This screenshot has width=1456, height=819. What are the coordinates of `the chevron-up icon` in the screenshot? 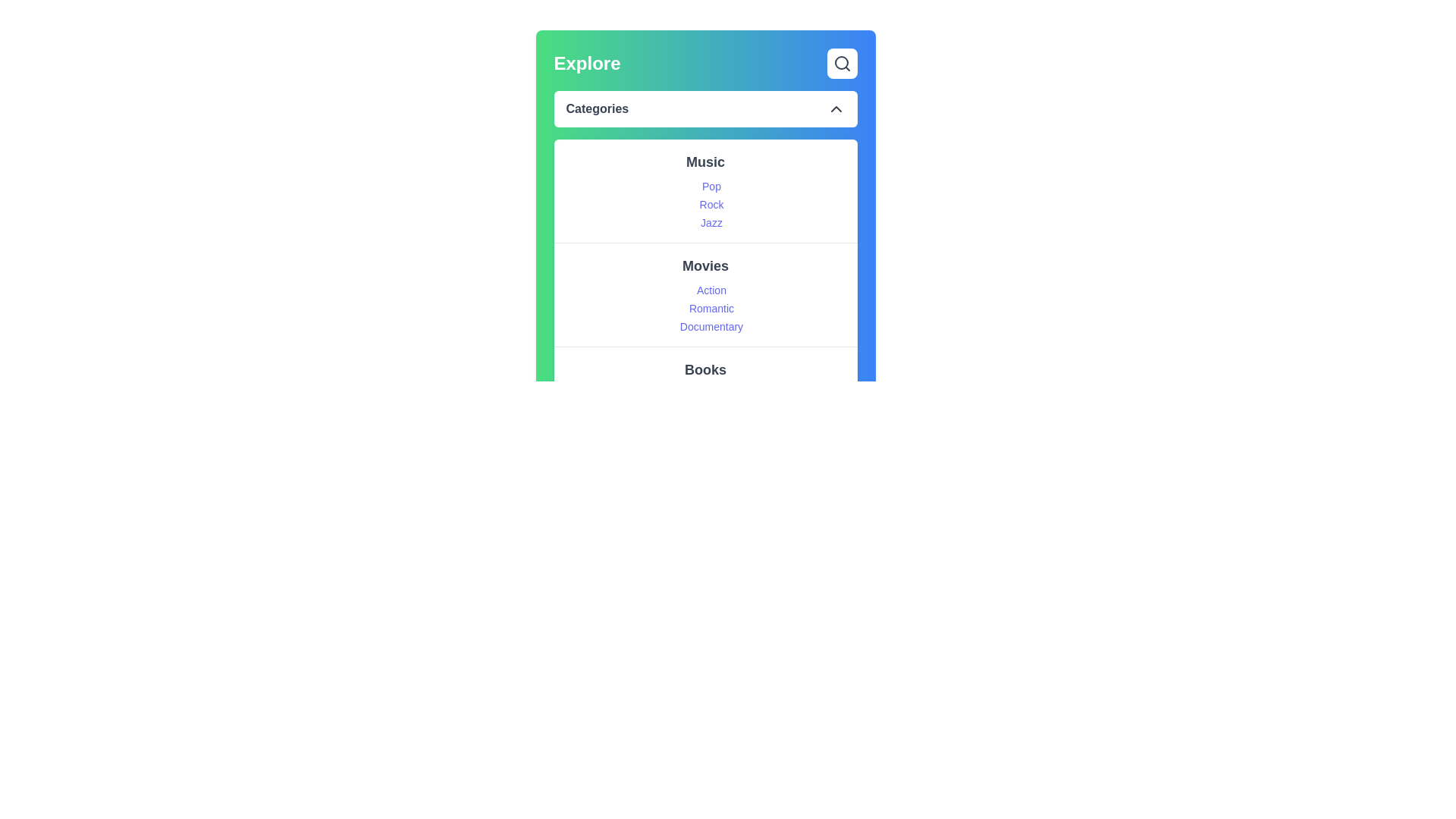 It's located at (835, 108).